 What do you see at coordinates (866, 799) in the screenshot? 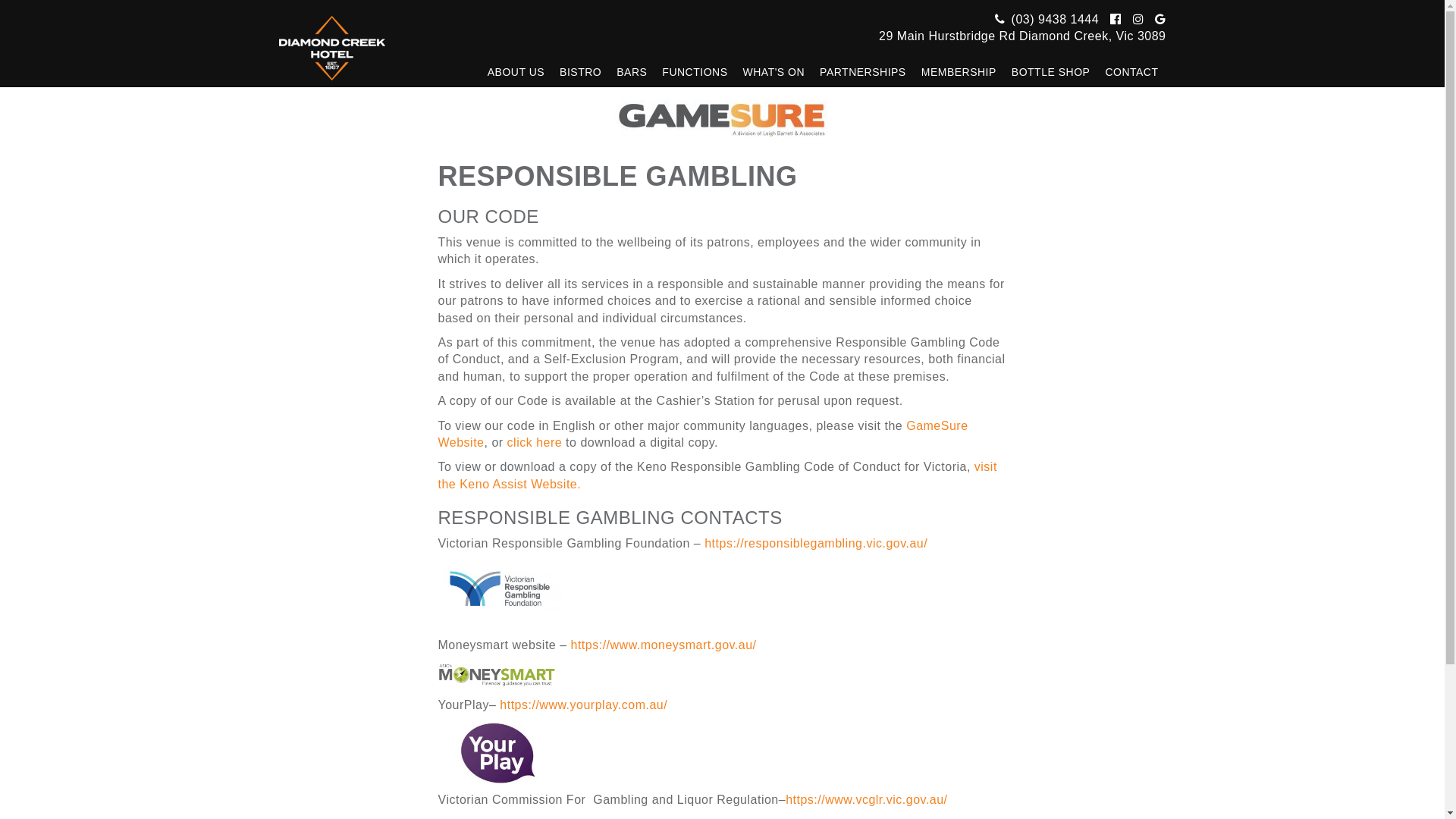
I see `'https://www.vcglr.vic.gov.au/'` at bounding box center [866, 799].